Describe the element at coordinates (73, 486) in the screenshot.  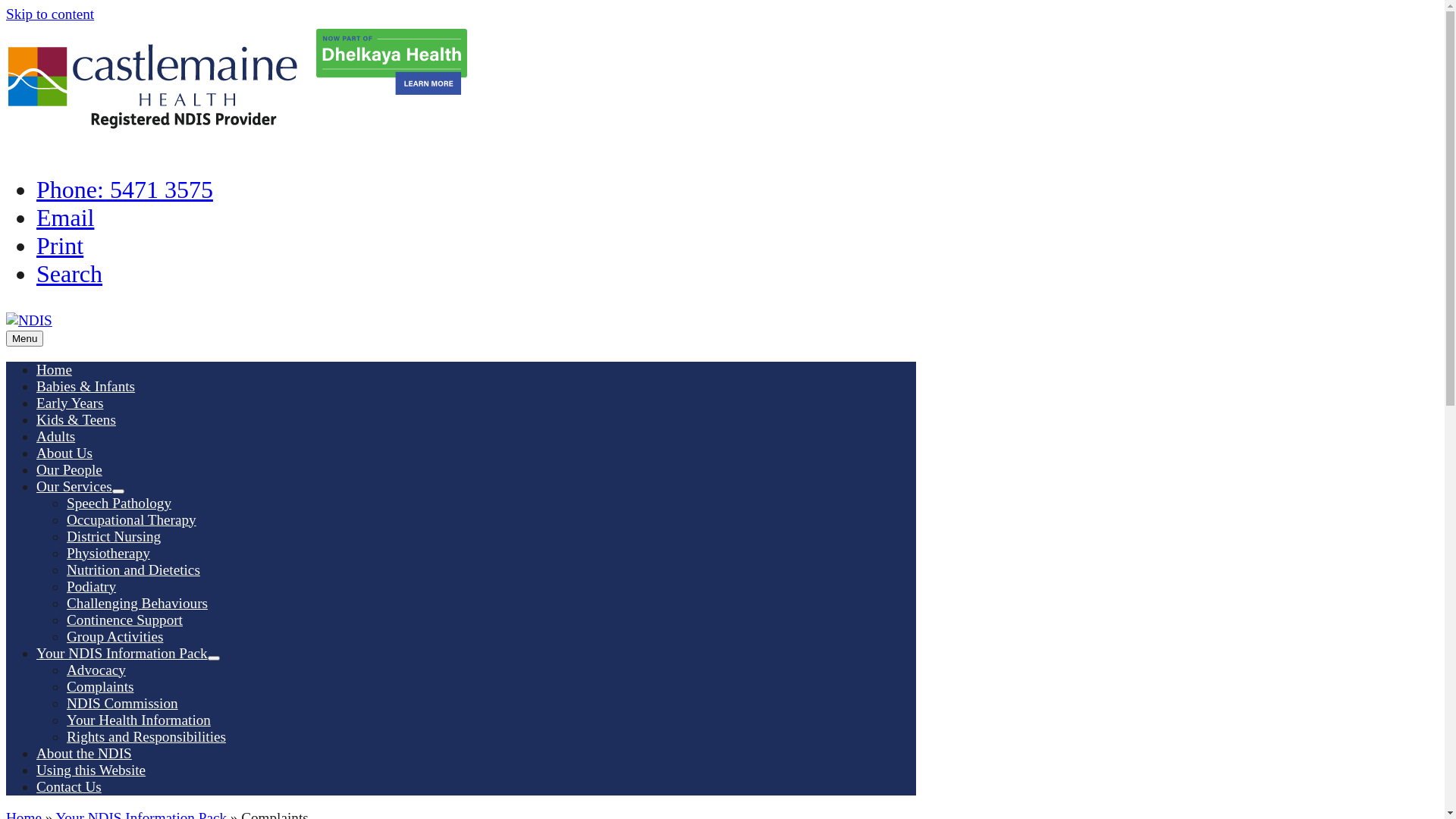
I see `'Our Services'` at that location.